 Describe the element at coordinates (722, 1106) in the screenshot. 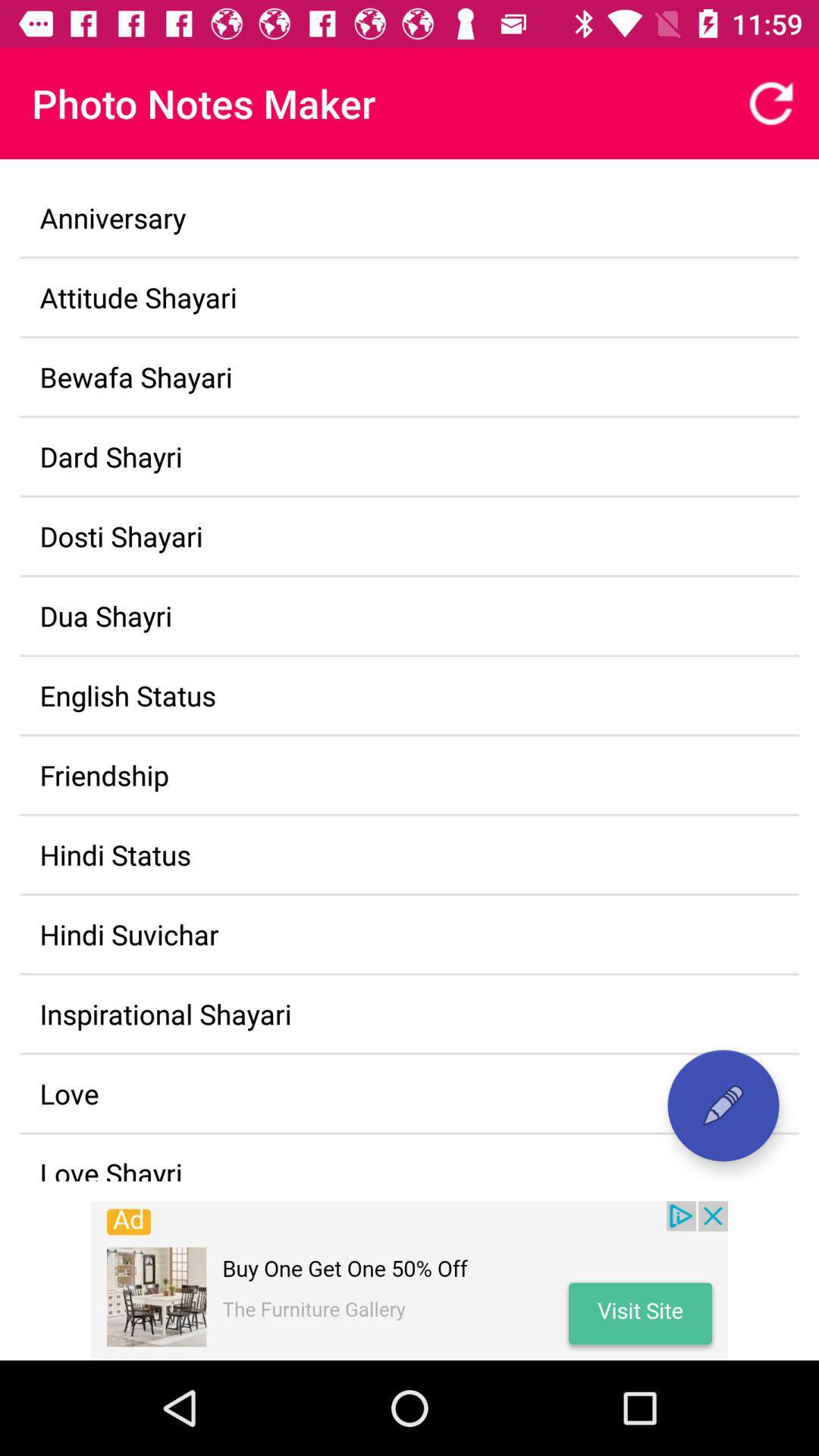

I see `compose new note` at that location.